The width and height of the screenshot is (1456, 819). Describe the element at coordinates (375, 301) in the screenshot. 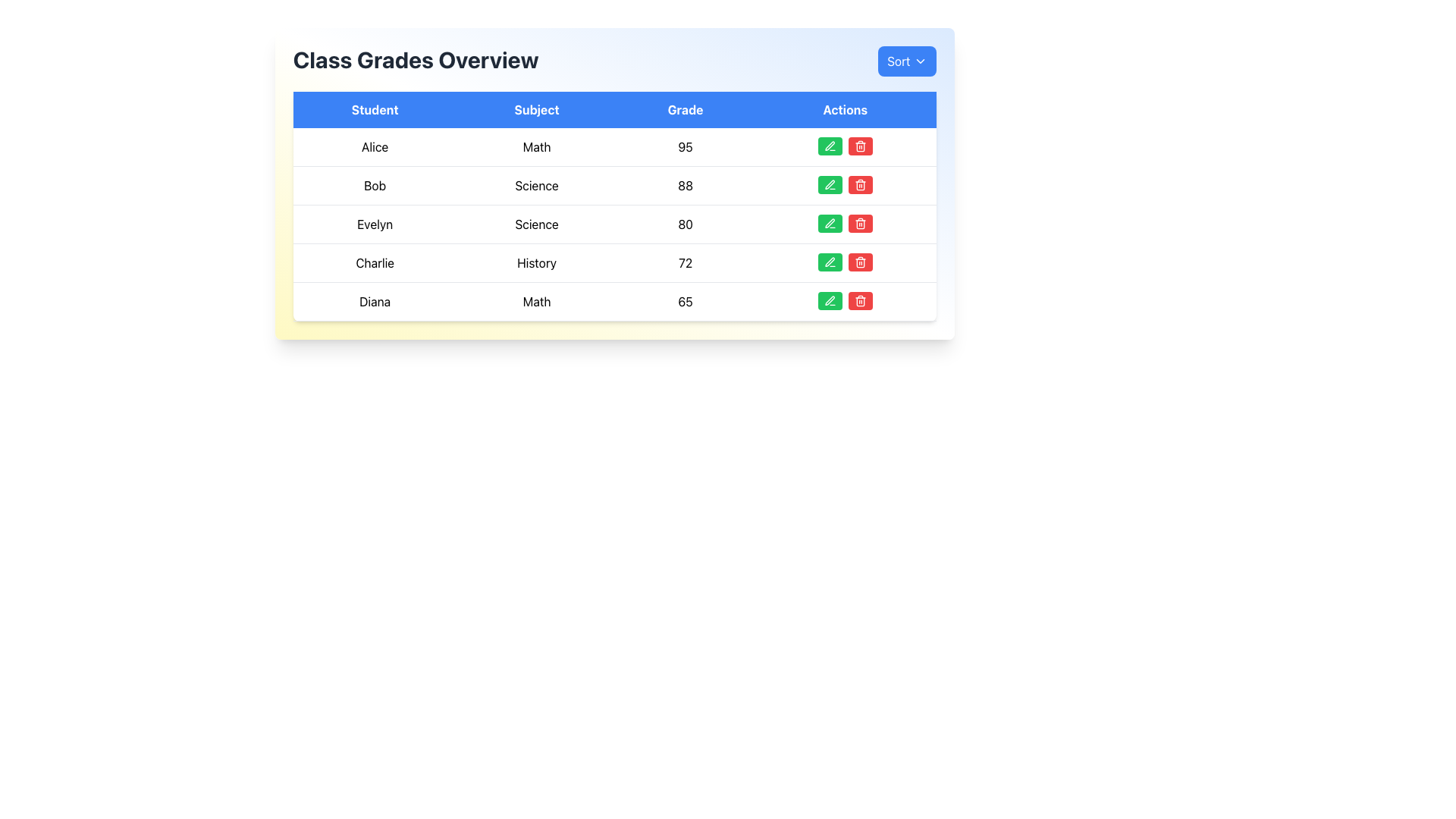

I see `the static text label displaying the name 'Diana' in the fifth row of the table under the 'Student' column` at that location.